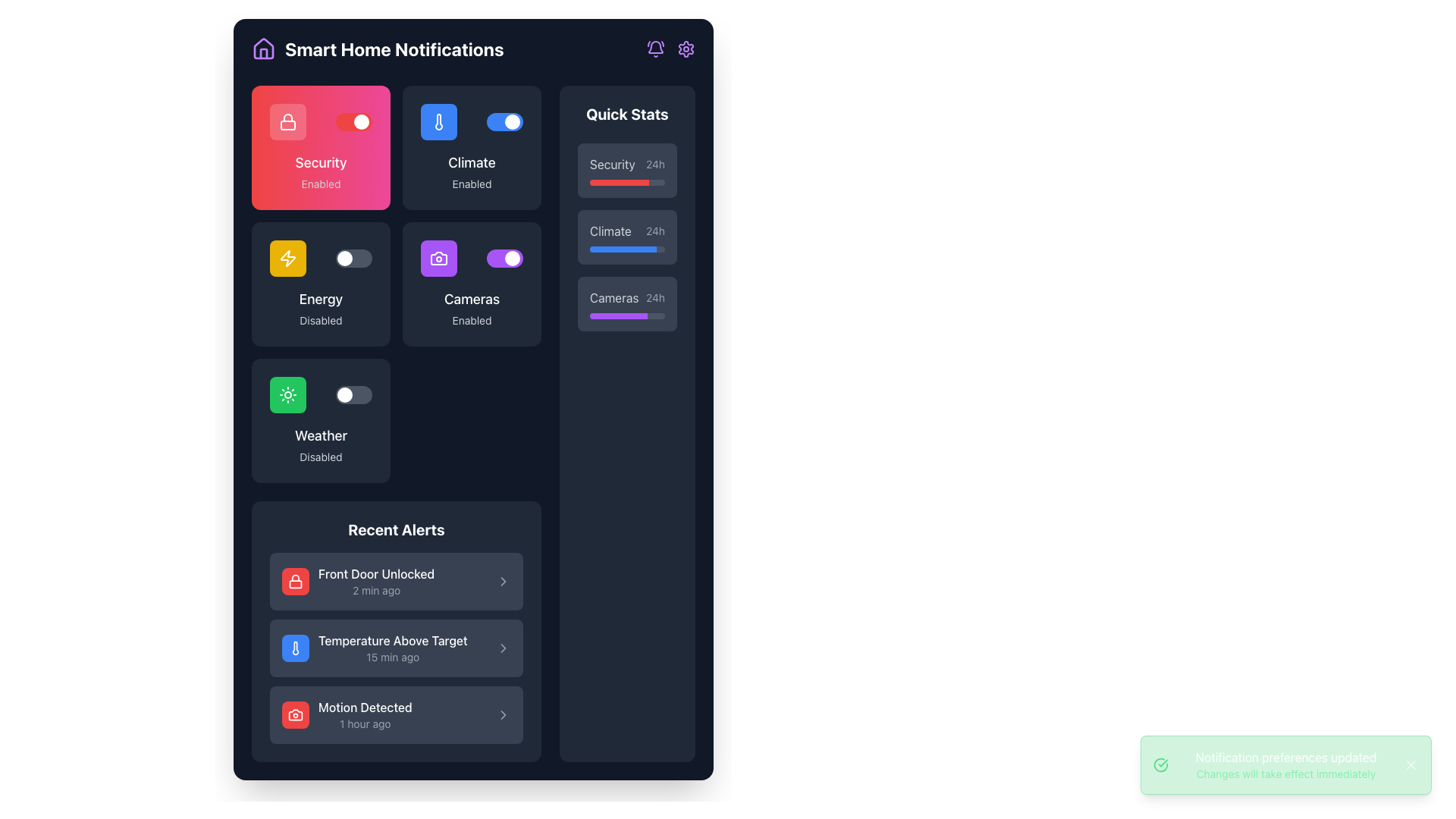 The height and width of the screenshot is (819, 1456). I want to click on the filled portion of the progress bar indicating the 'Cameras' stat in the 'Quick Stats' section, so click(619, 315).